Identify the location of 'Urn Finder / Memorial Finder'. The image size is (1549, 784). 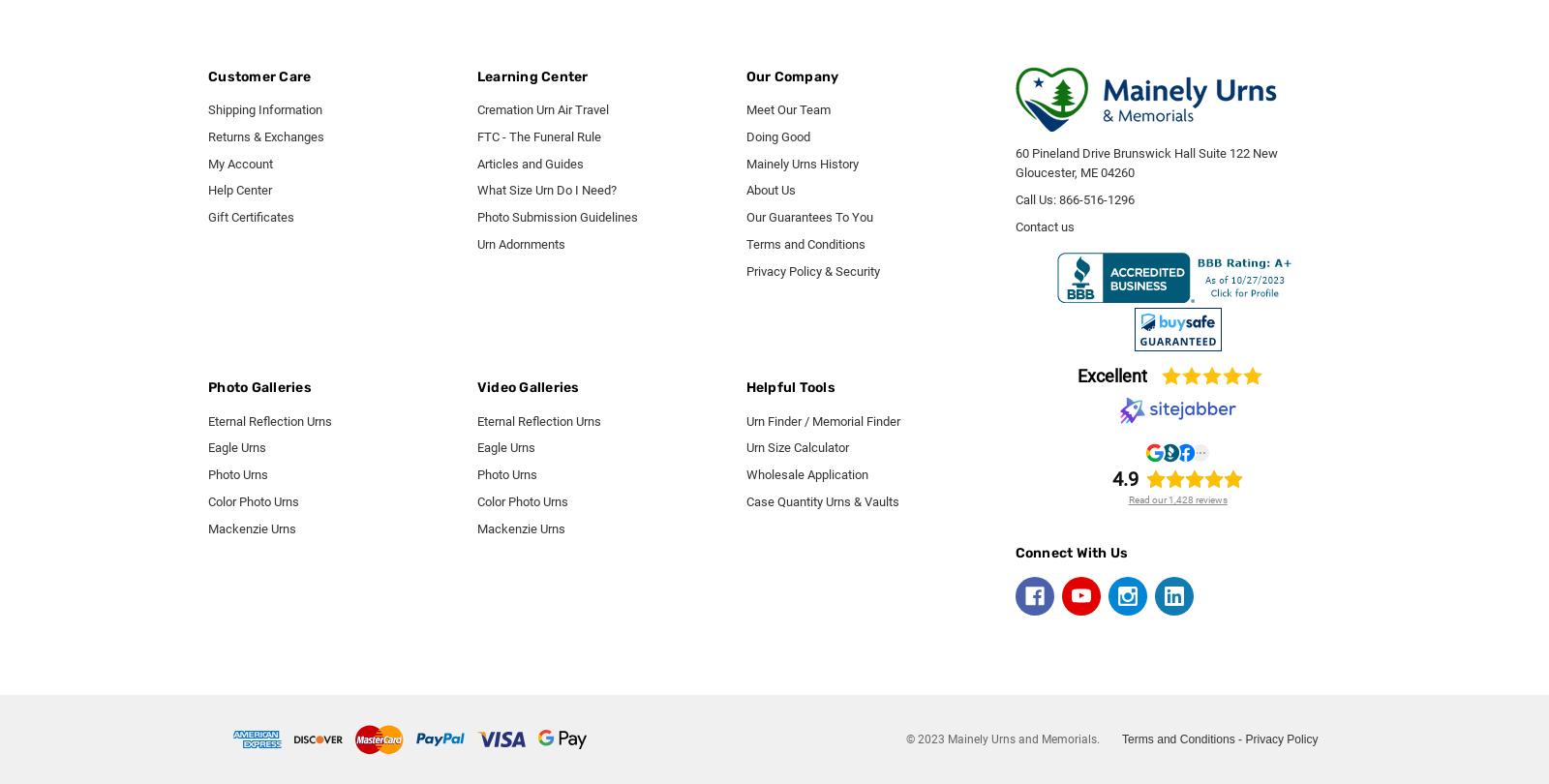
(821, 420).